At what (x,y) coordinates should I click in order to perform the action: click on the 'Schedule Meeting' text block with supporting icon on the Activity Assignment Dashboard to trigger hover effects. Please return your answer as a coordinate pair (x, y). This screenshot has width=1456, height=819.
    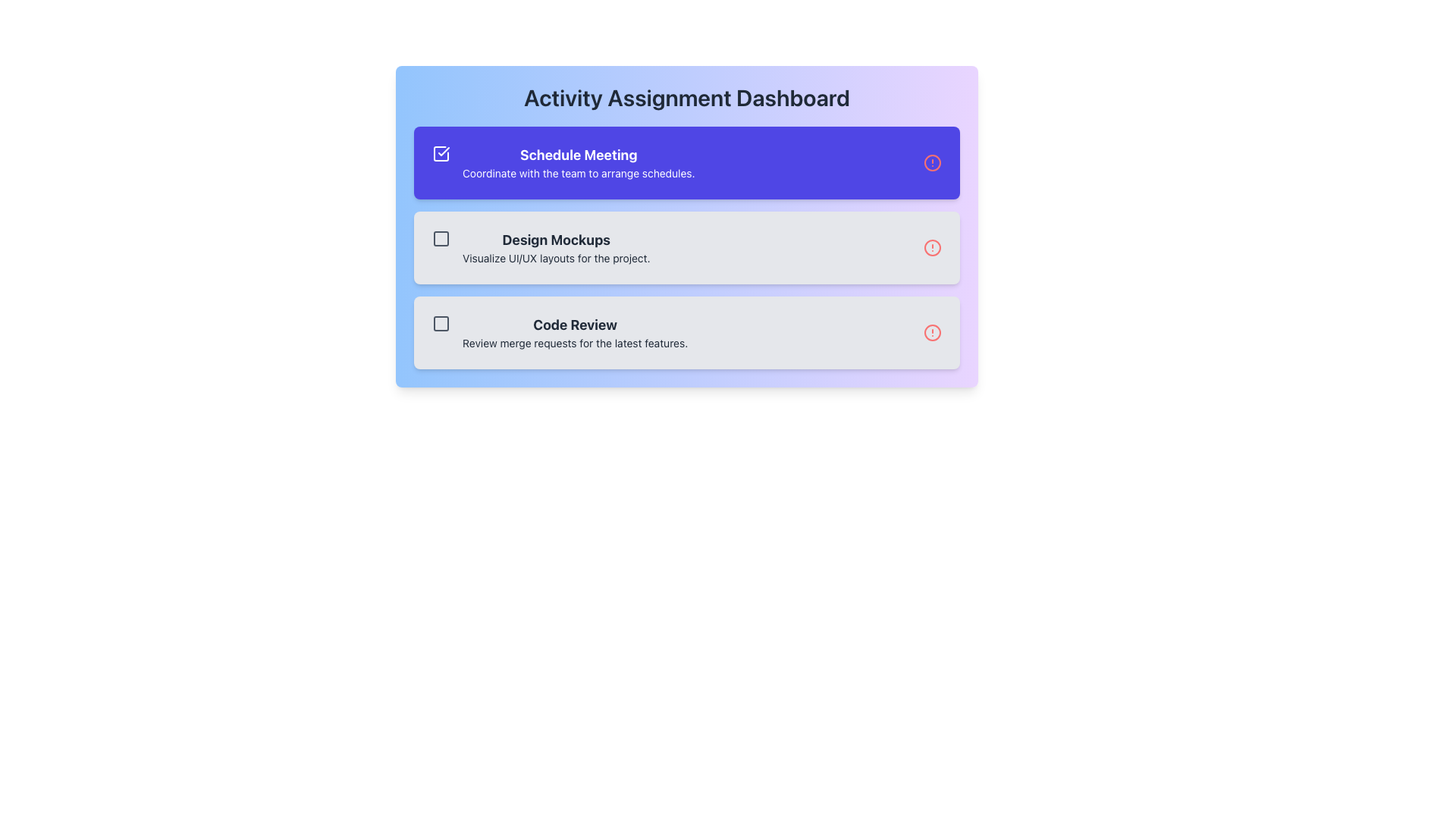
    Looking at the image, I should click on (563, 163).